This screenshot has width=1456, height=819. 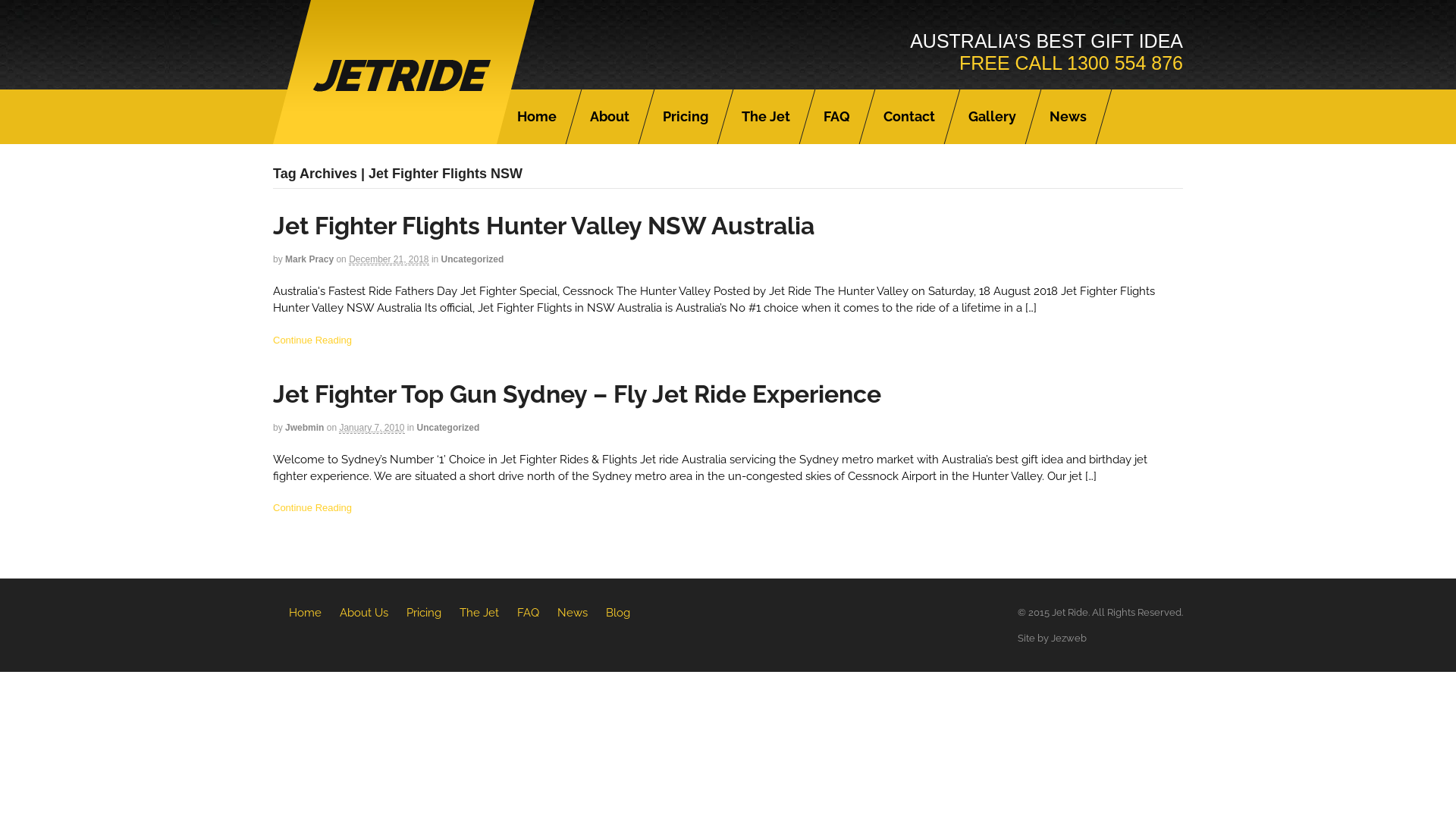 What do you see at coordinates (618, 611) in the screenshot?
I see `'Blog'` at bounding box center [618, 611].